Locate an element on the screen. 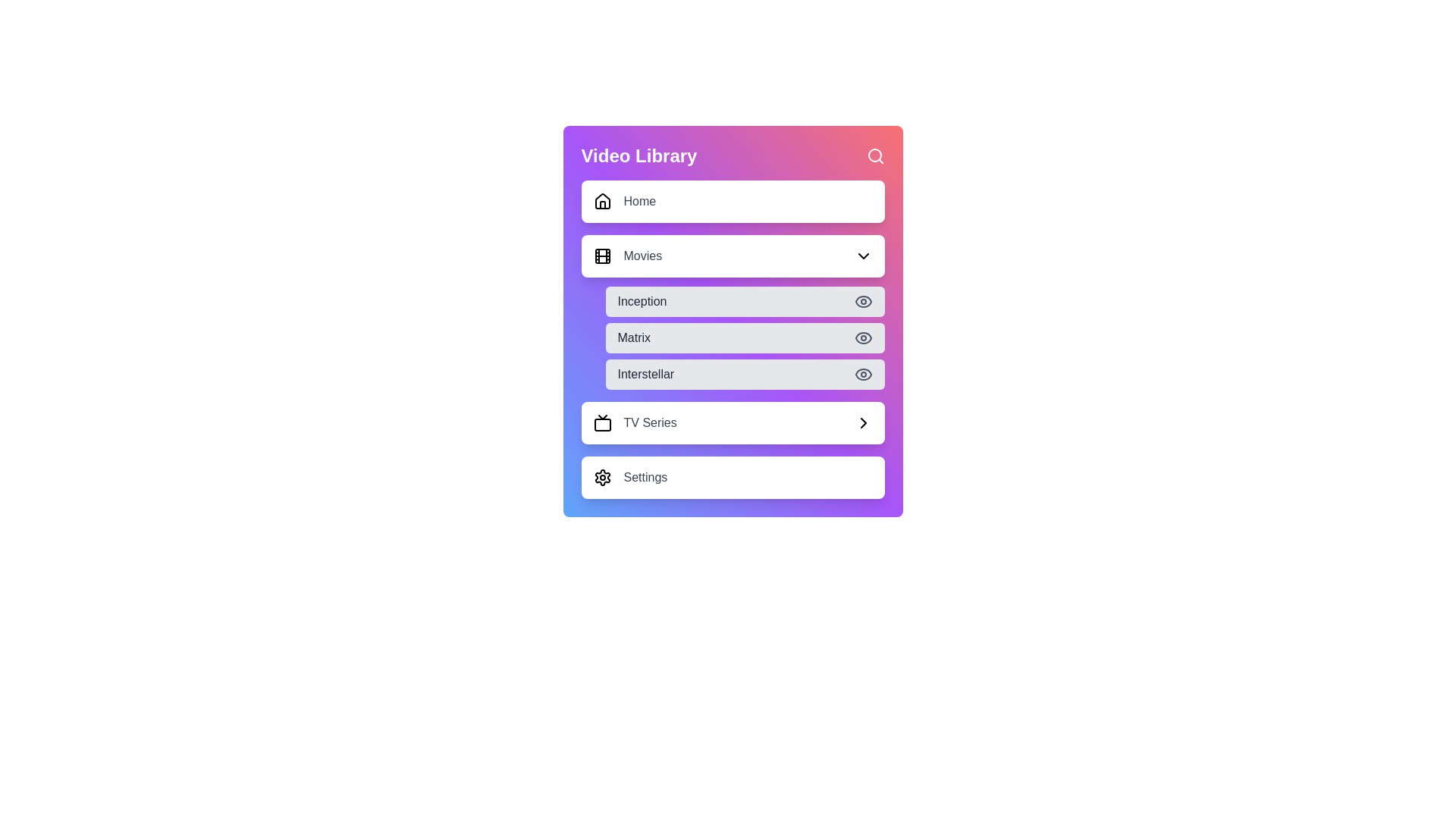 The image size is (1456, 819). the decorative settings icon located as the first visual component on the left in the 'Settings' row, which is positioned below the 'TV Series' entry is located at coordinates (601, 476).